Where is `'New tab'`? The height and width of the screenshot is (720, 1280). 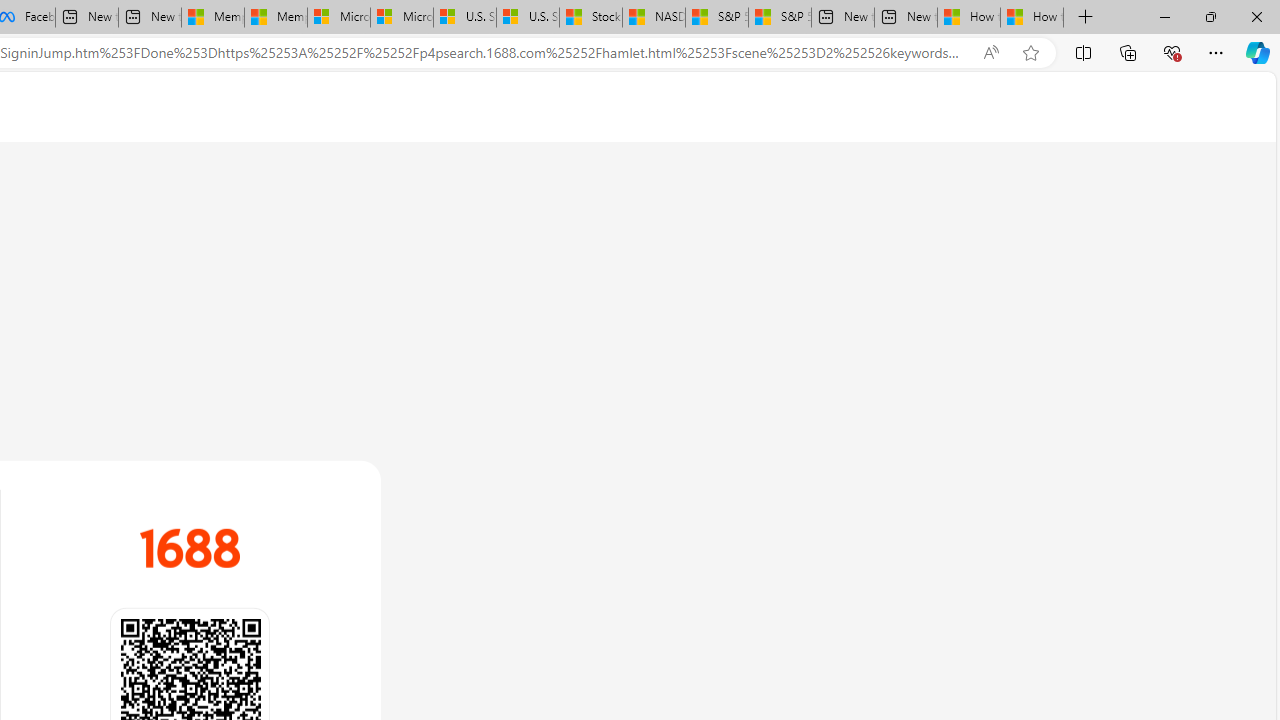 'New tab' is located at coordinates (905, 17).